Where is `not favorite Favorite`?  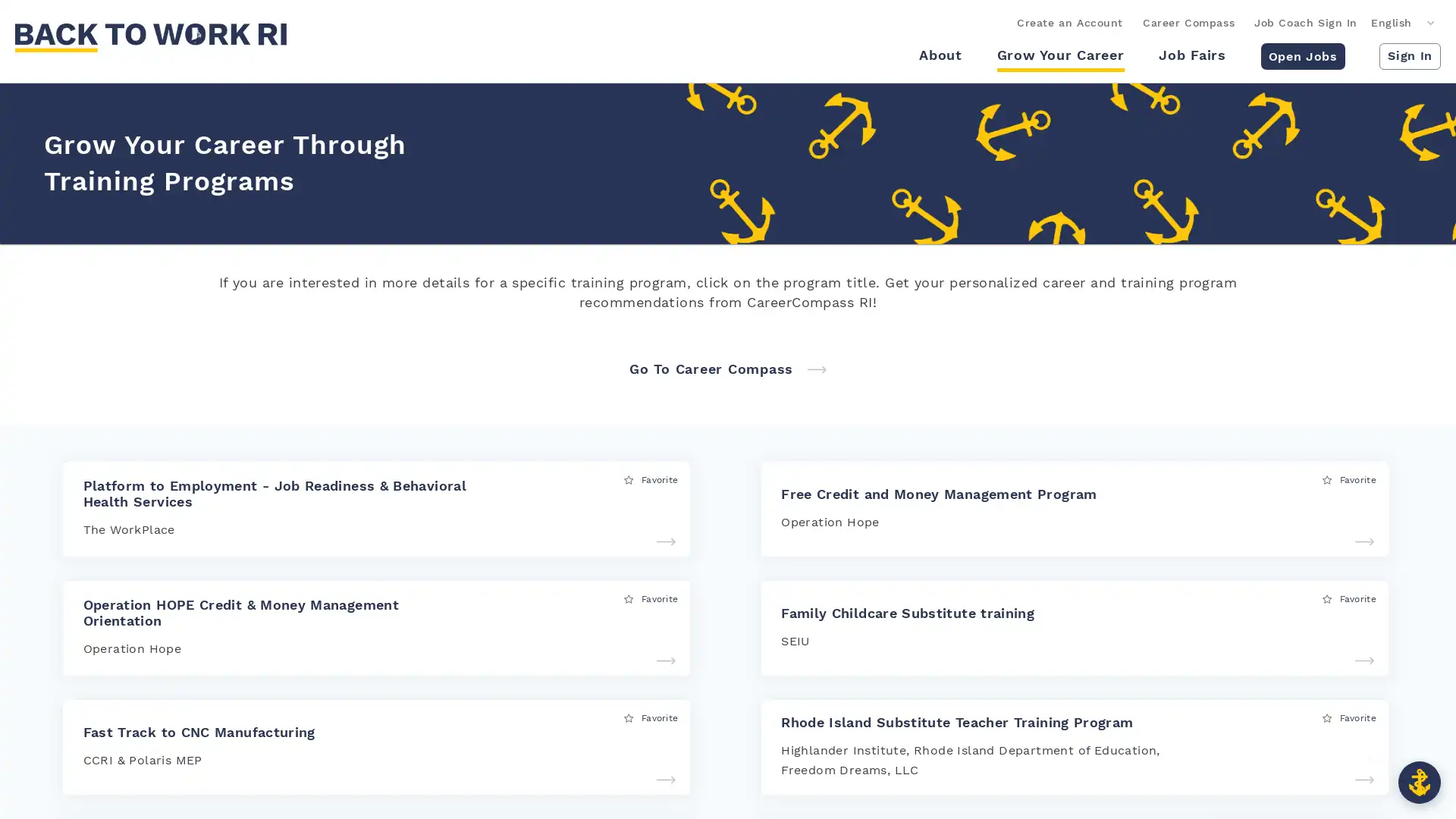
not favorite Favorite is located at coordinates (651, 598).